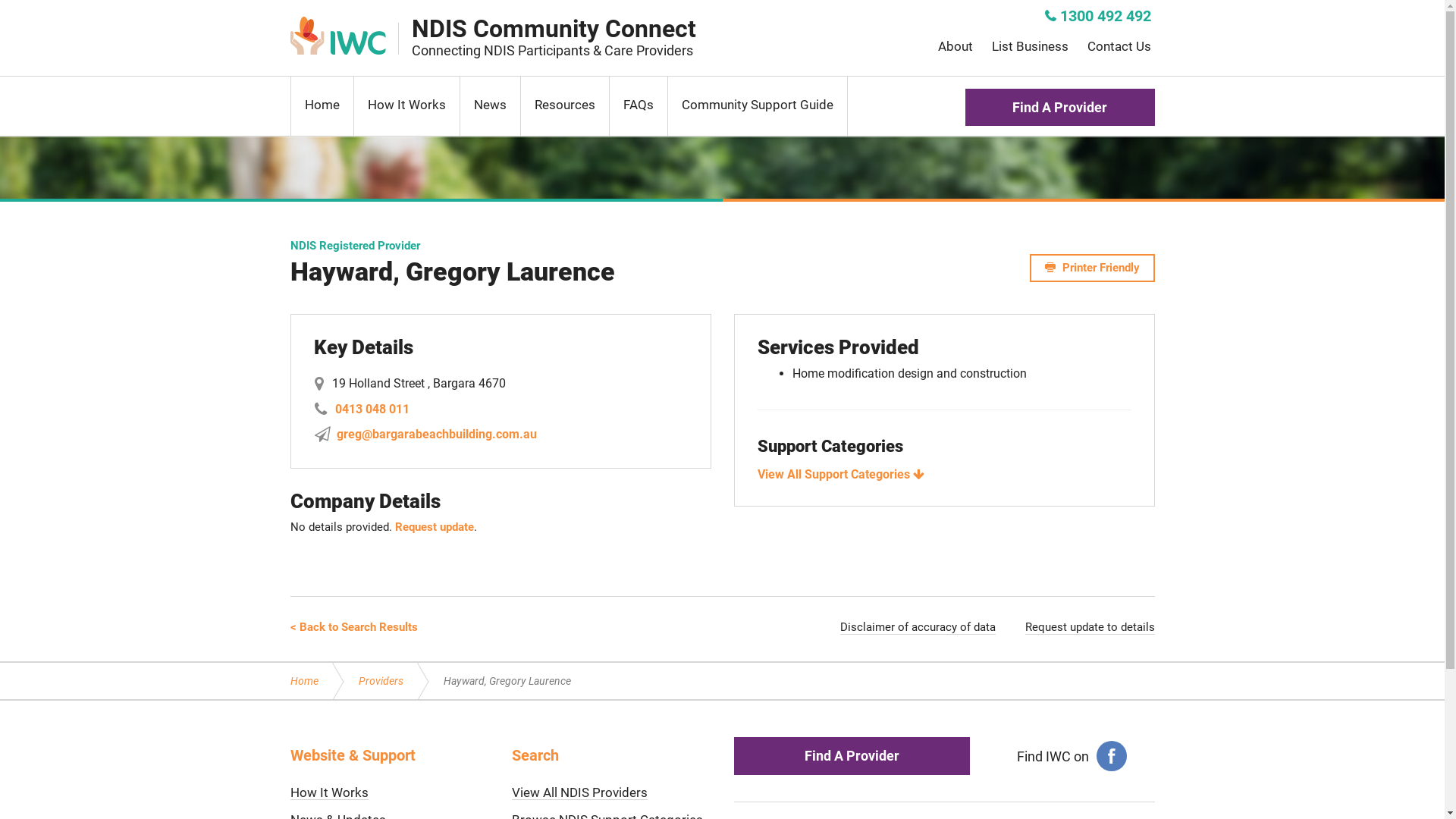 The image size is (1456, 819). What do you see at coordinates (841, 473) in the screenshot?
I see `'View All Support Categories'` at bounding box center [841, 473].